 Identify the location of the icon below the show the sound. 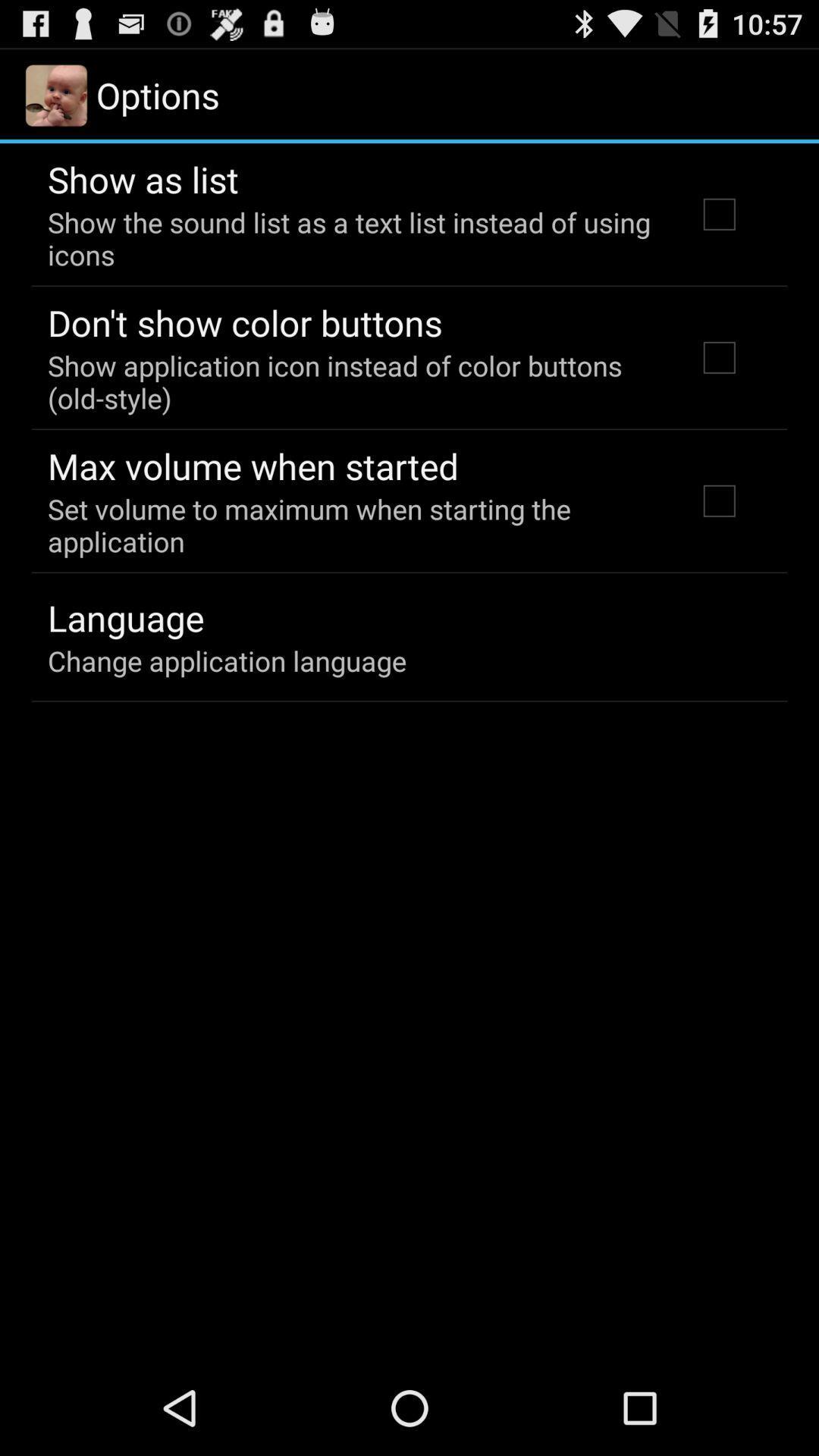
(244, 322).